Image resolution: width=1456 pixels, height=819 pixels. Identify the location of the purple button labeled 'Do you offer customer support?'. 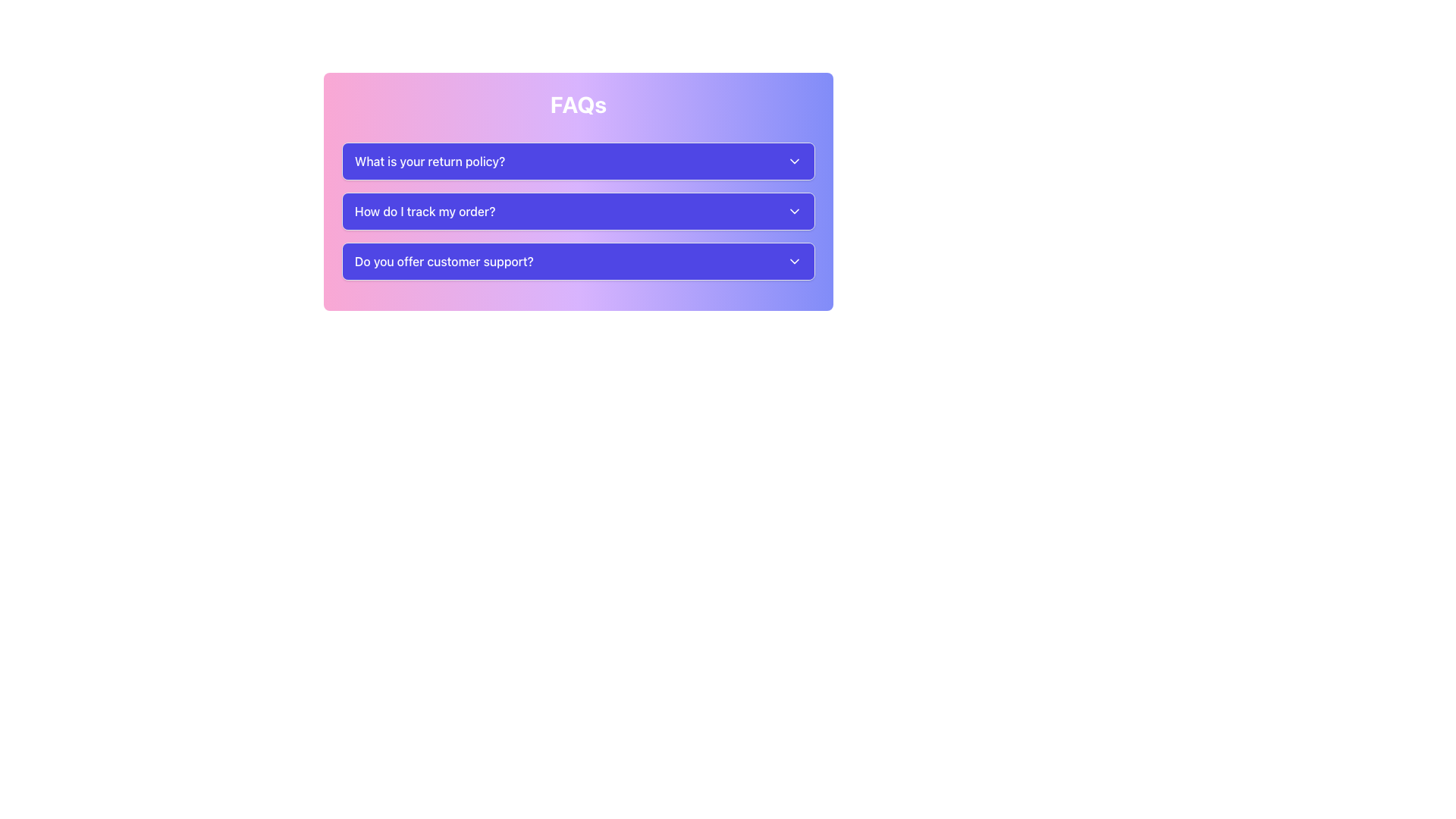
(578, 260).